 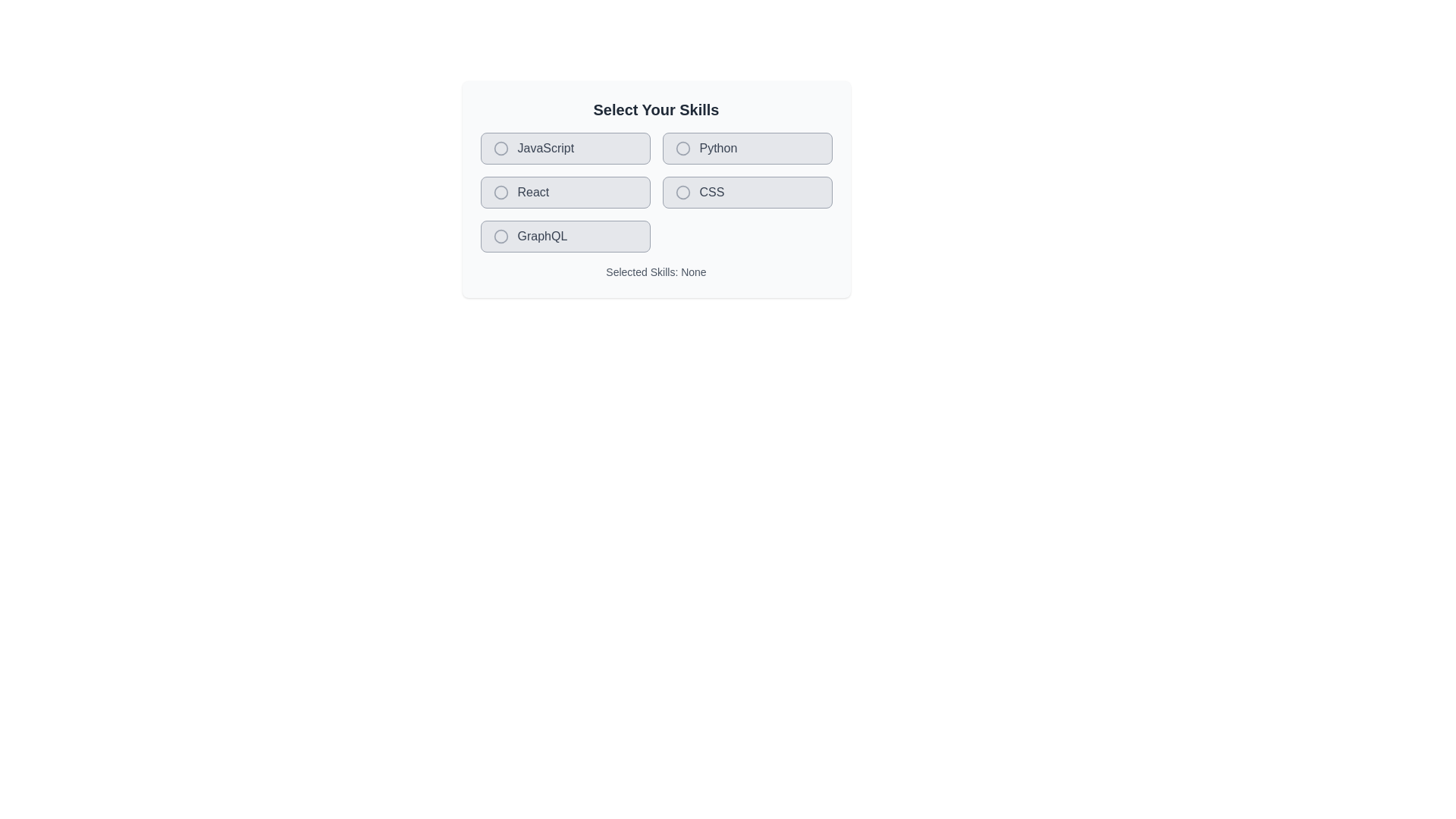 What do you see at coordinates (564, 237) in the screenshot?
I see `the skill chip corresponding to GraphQL` at bounding box center [564, 237].